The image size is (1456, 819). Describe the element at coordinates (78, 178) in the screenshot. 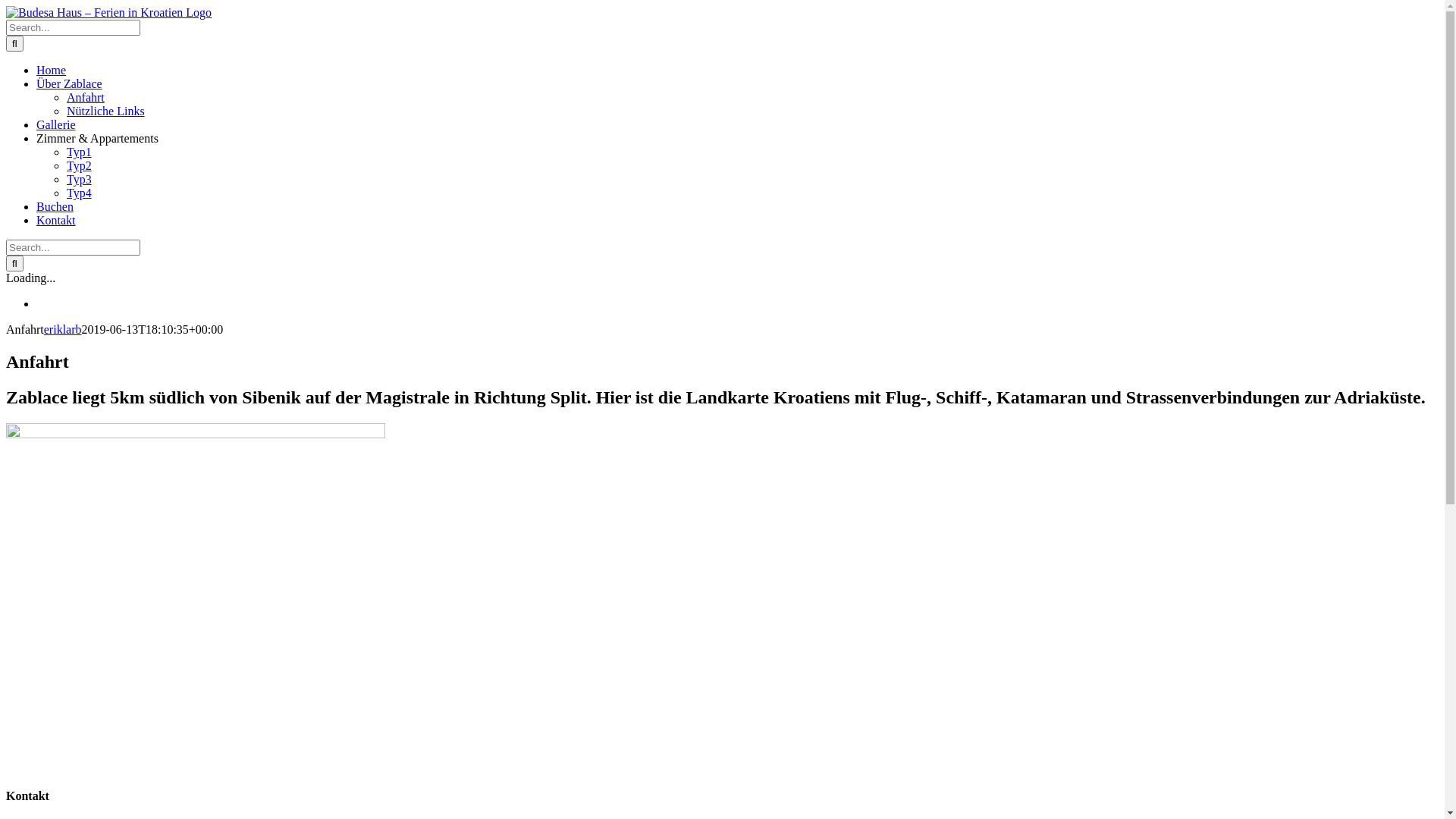

I see `'Typ3'` at that location.